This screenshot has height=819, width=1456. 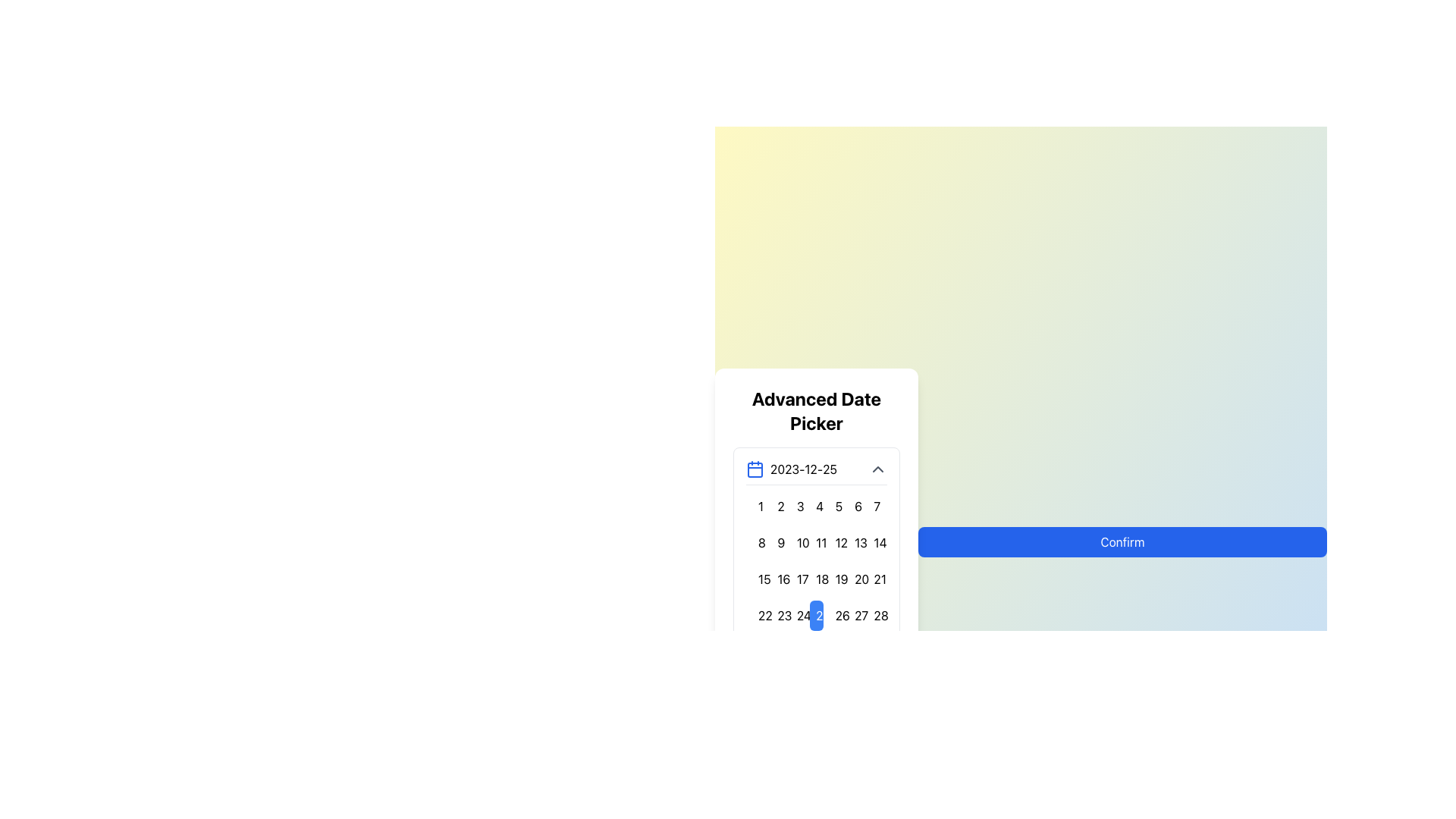 What do you see at coordinates (814, 541) in the screenshot?
I see `the button displaying the number '11' in the Advanced Date Picker grid` at bounding box center [814, 541].